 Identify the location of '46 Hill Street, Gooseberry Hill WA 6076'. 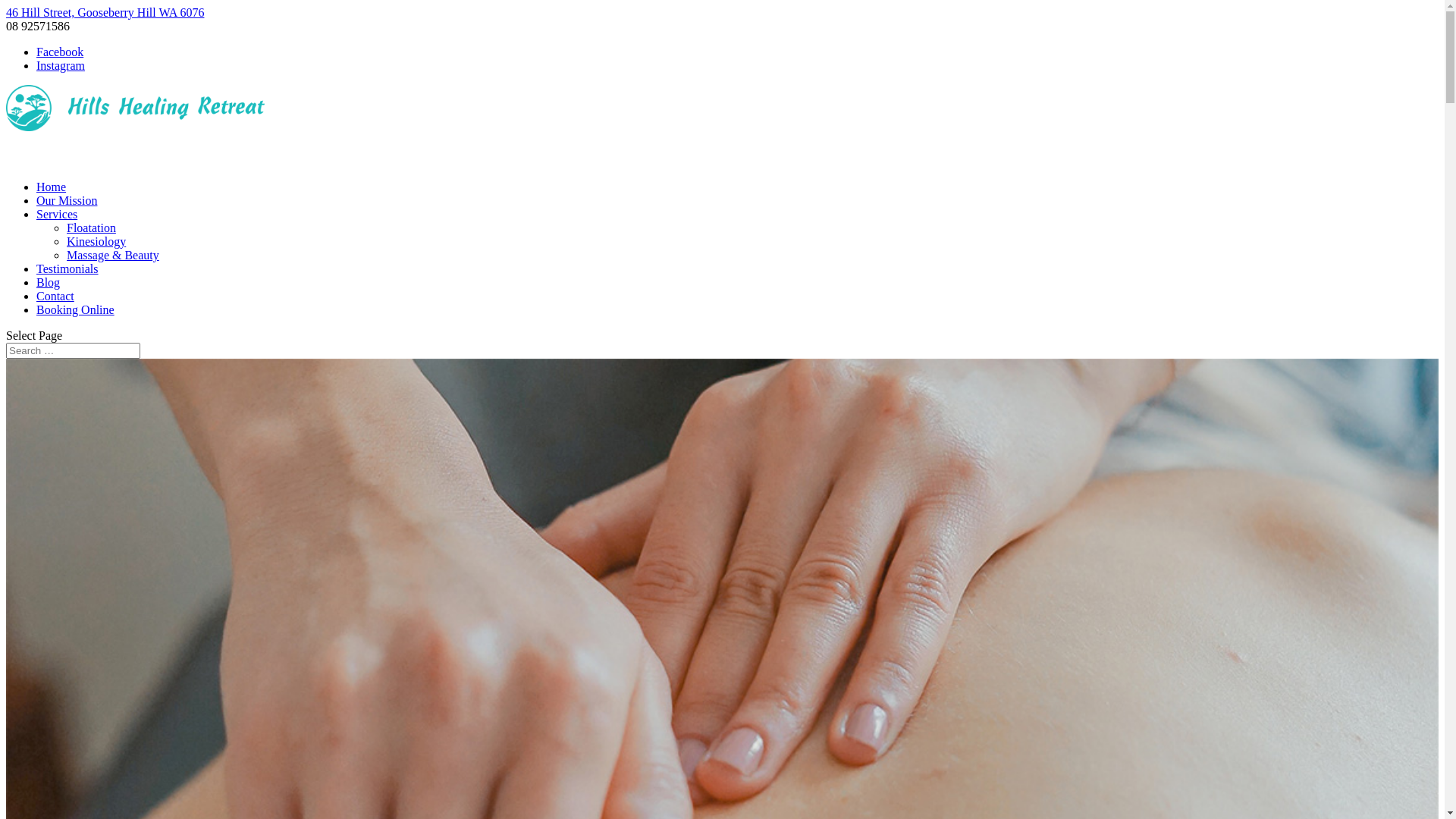
(104, 12).